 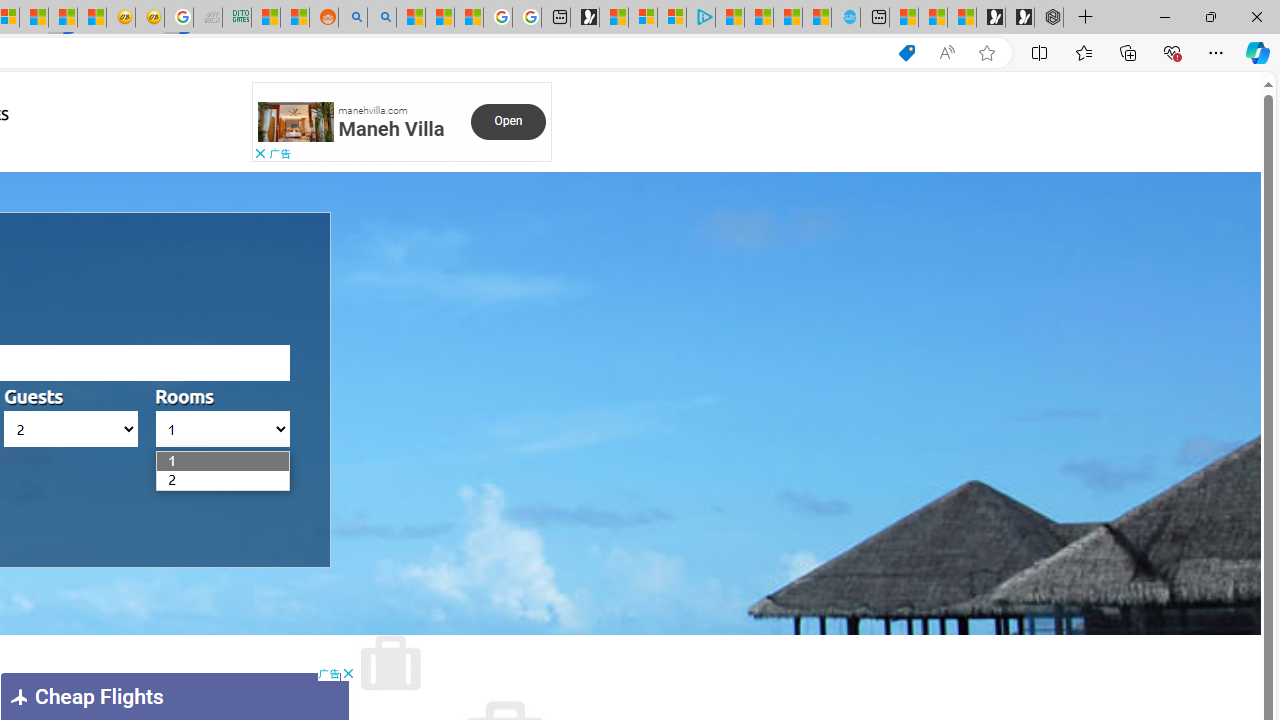 What do you see at coordinates (222, 428) in the screenshot?
I see `'AutomationID: hotels_rooms'` at bounding box center [222, 428].